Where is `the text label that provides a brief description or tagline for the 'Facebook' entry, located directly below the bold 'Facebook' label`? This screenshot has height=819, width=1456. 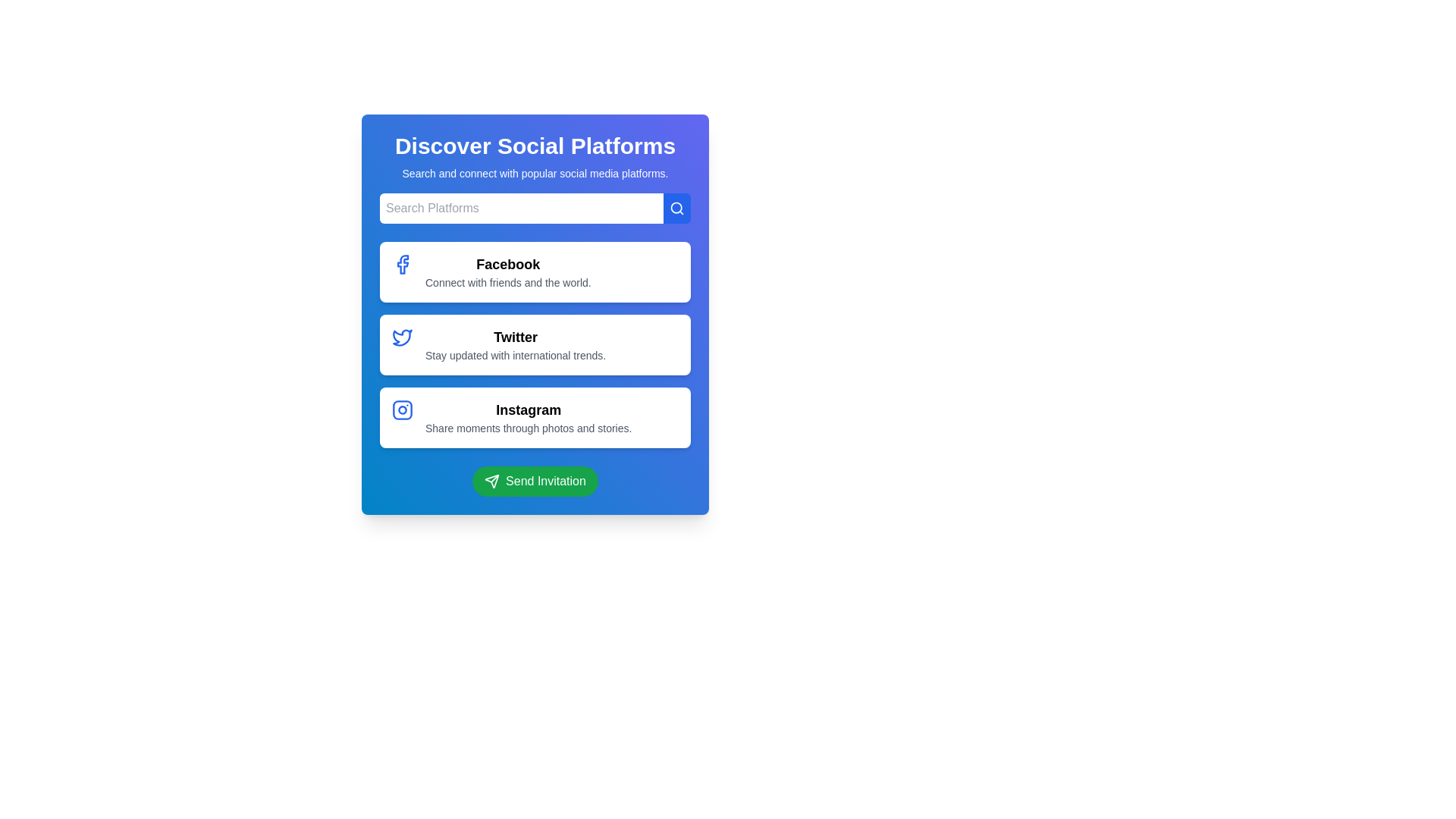 the text label that provides a brief description or tagline for the 'Facebook' entry, located directly below the bold 'Facebook' label is located at coordinates (508, 283).